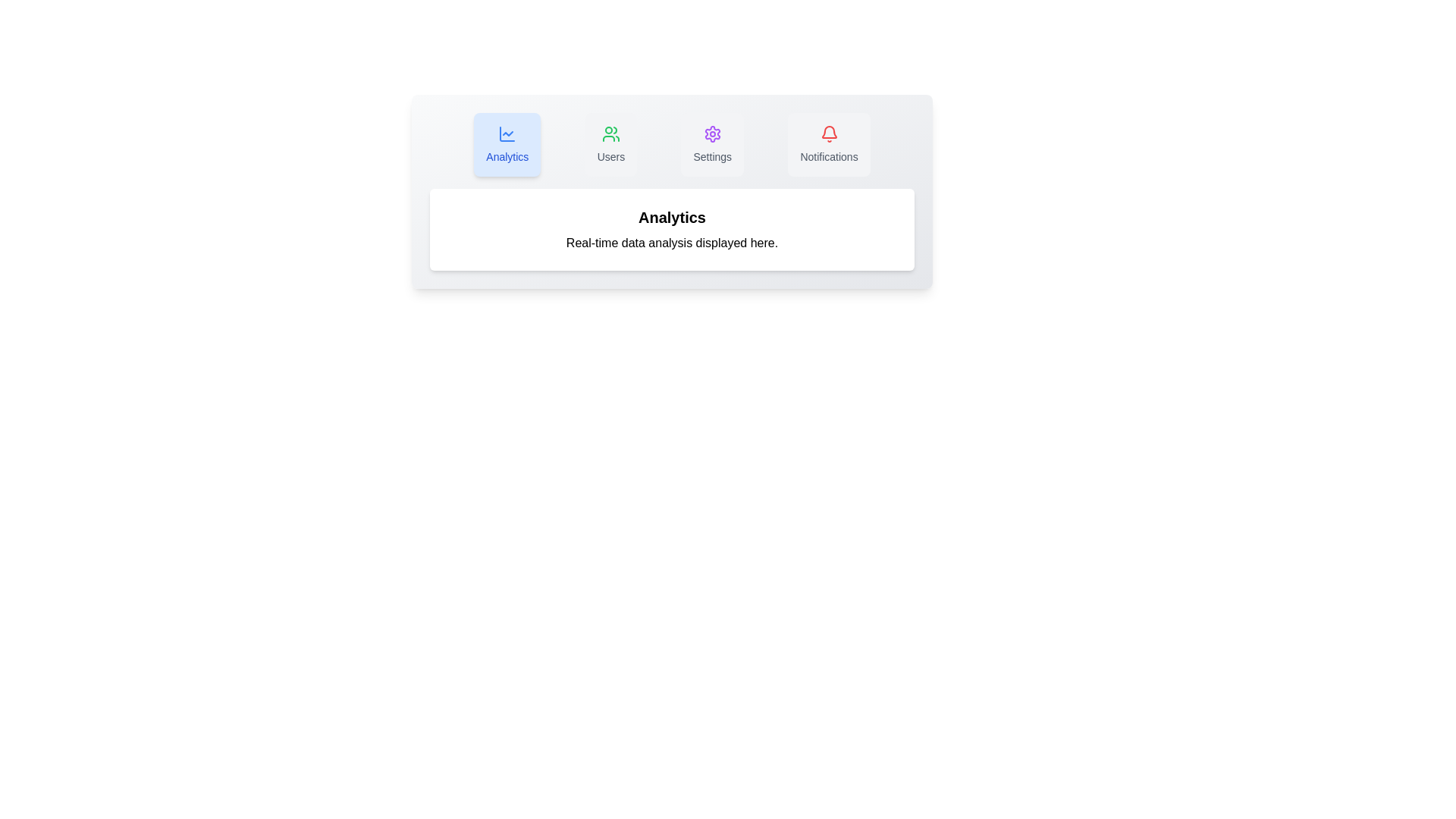 Image resolution: width=1456 pixels, height=819 pixels. I want to click on the Notifications tab to switch to it, so click(828, 145).